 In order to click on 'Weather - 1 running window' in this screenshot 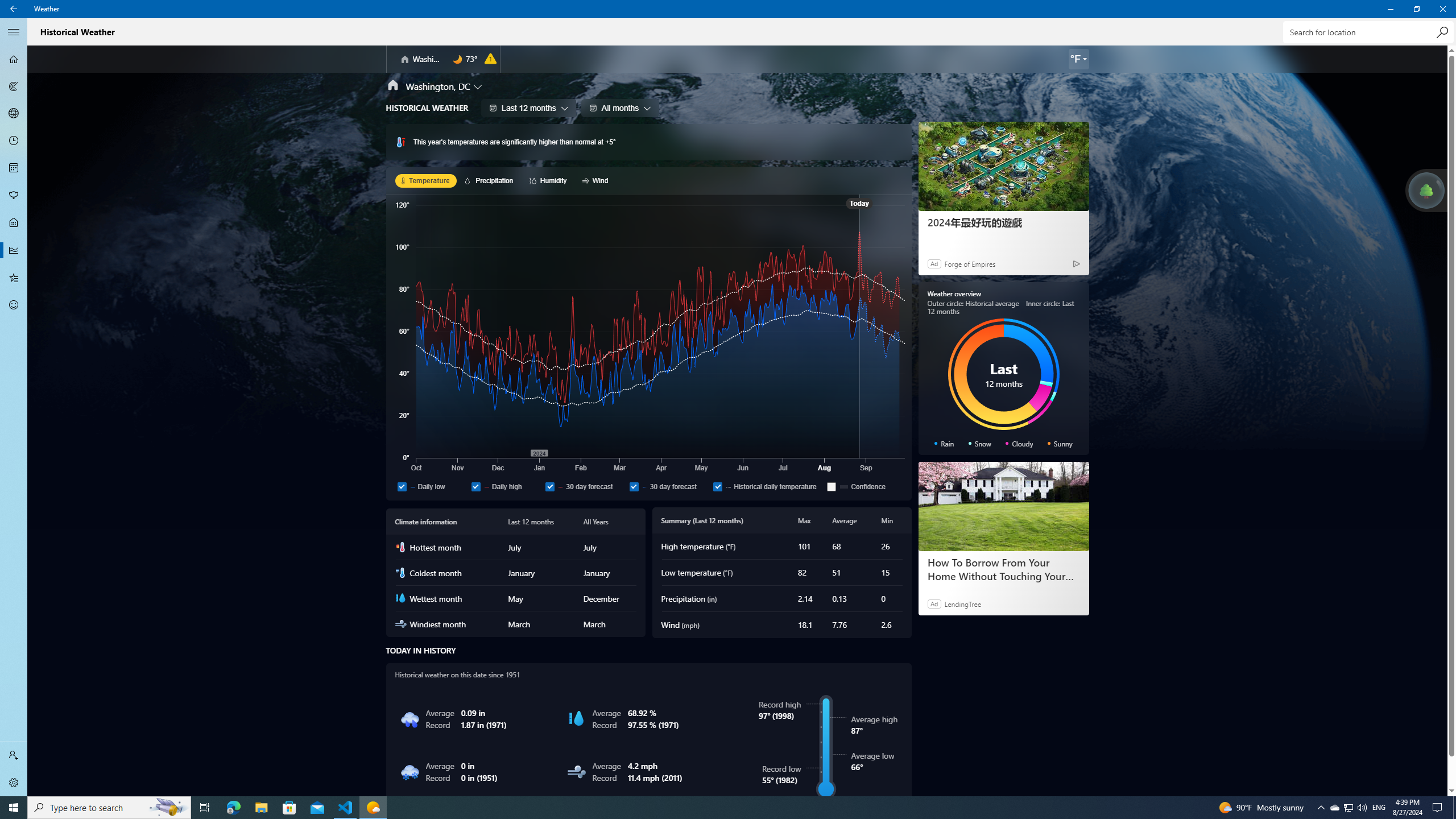, I will do `click(373, 806)`.